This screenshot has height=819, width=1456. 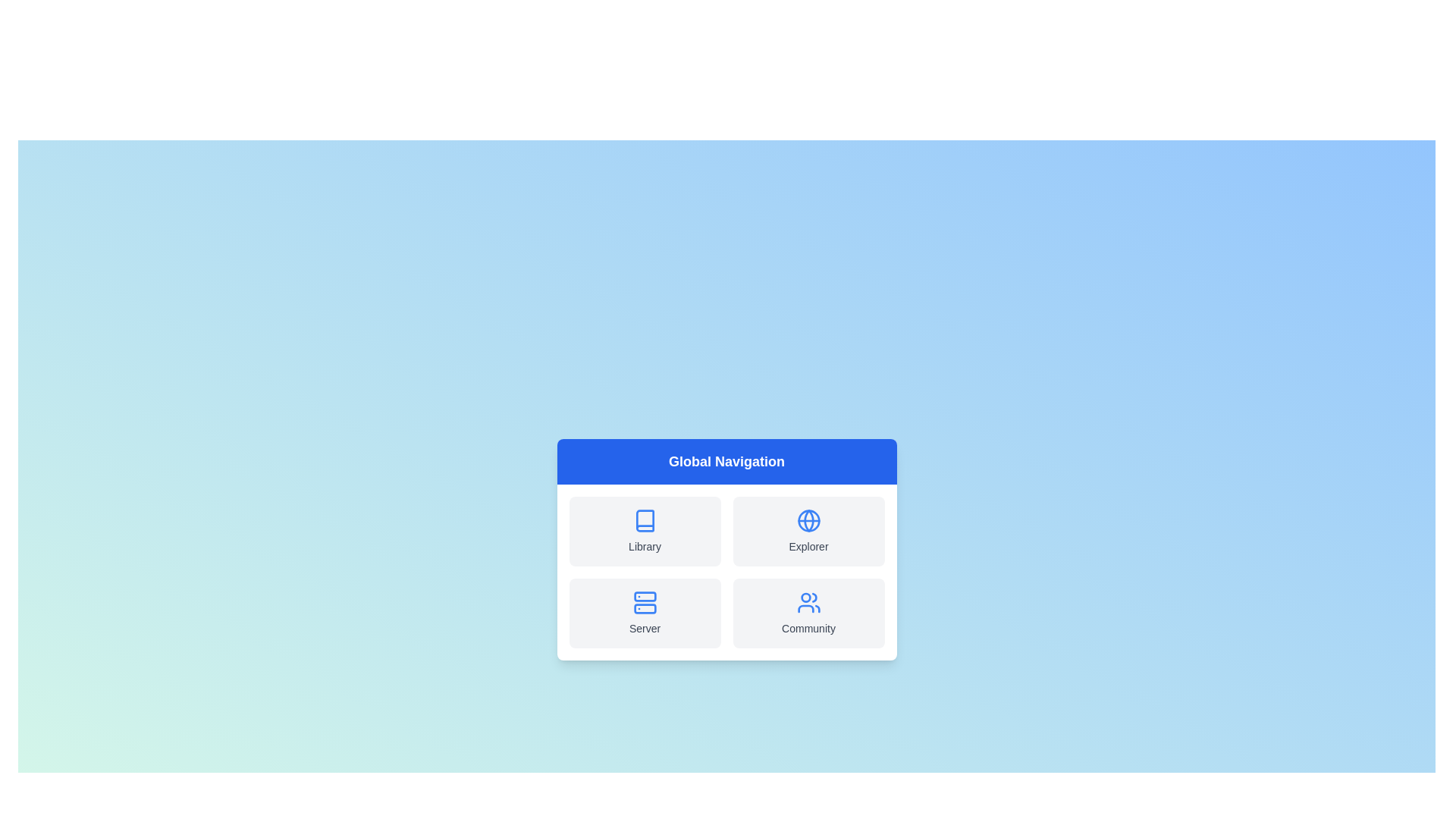 I want to click on the Server navigation option, so click(x=645, y=613).